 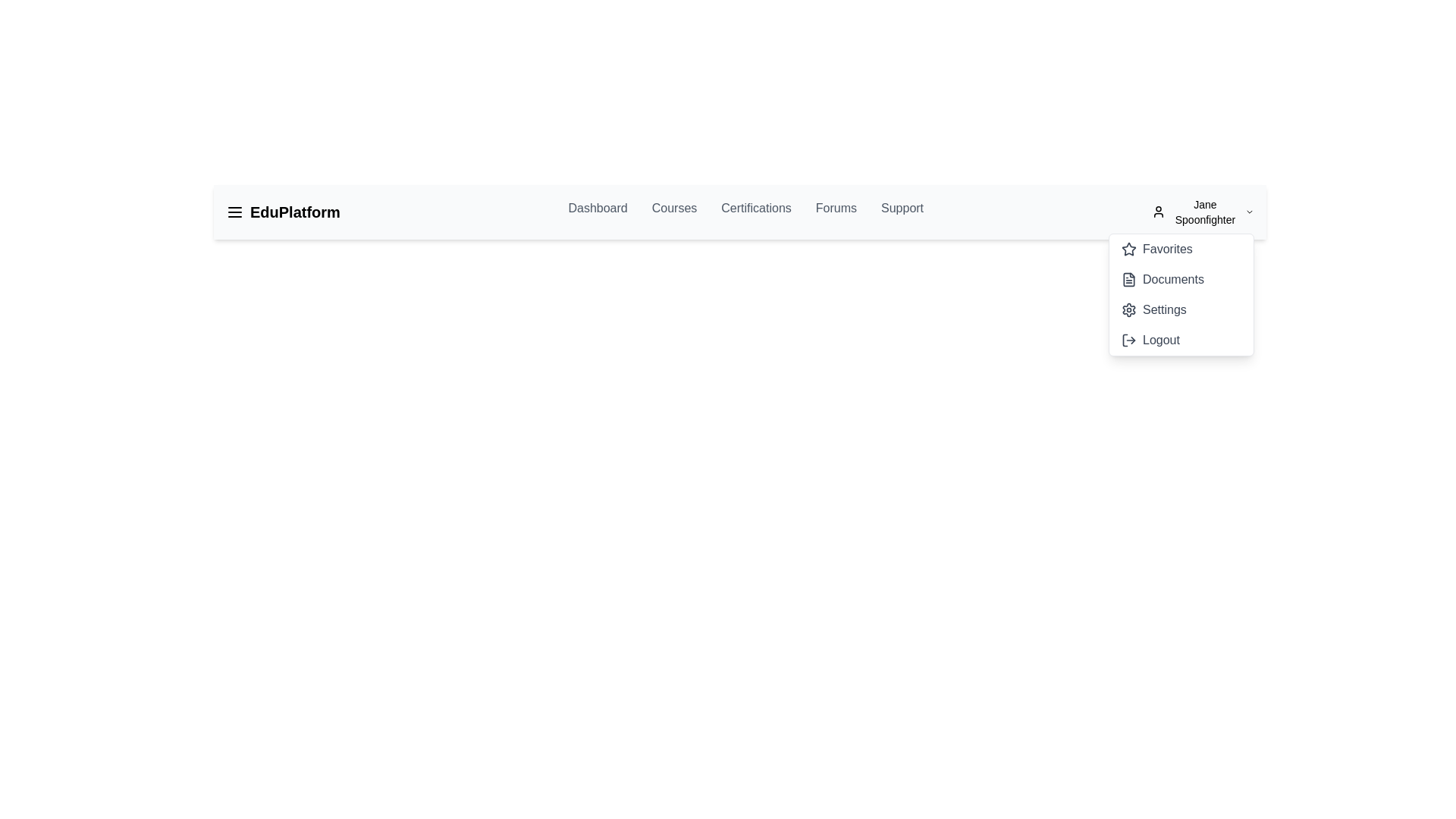 I want to click on the Dropdown Menu Toggle element labeled 'Jane Spoonfighter' in the top-right of the navigation bar to interact with it, so click(x=1202, y=212).